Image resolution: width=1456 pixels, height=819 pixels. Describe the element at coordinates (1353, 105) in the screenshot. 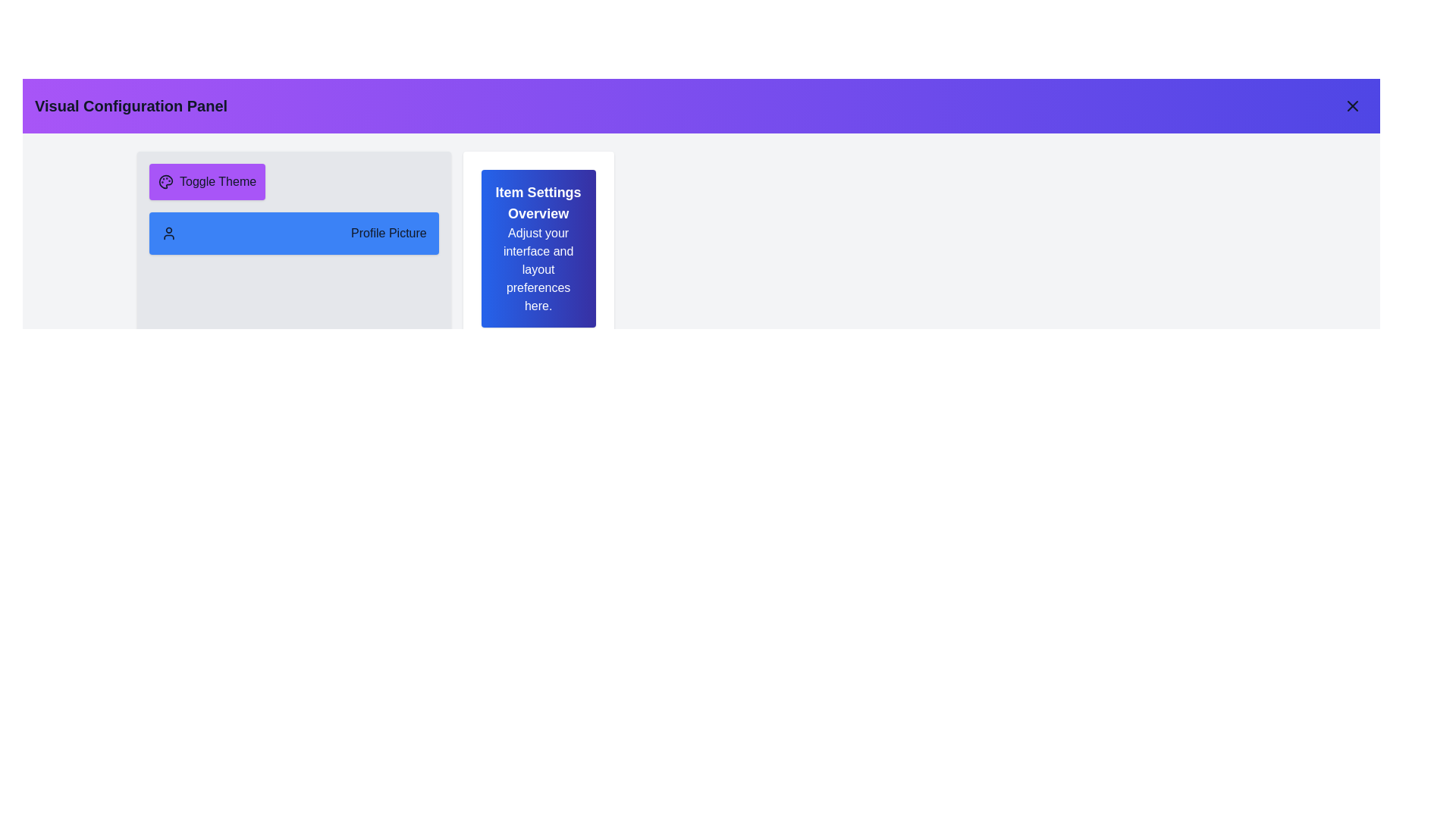

I see `the close button located at the far right of the header bar titled 'Visual Configuration Panel'` at that location.